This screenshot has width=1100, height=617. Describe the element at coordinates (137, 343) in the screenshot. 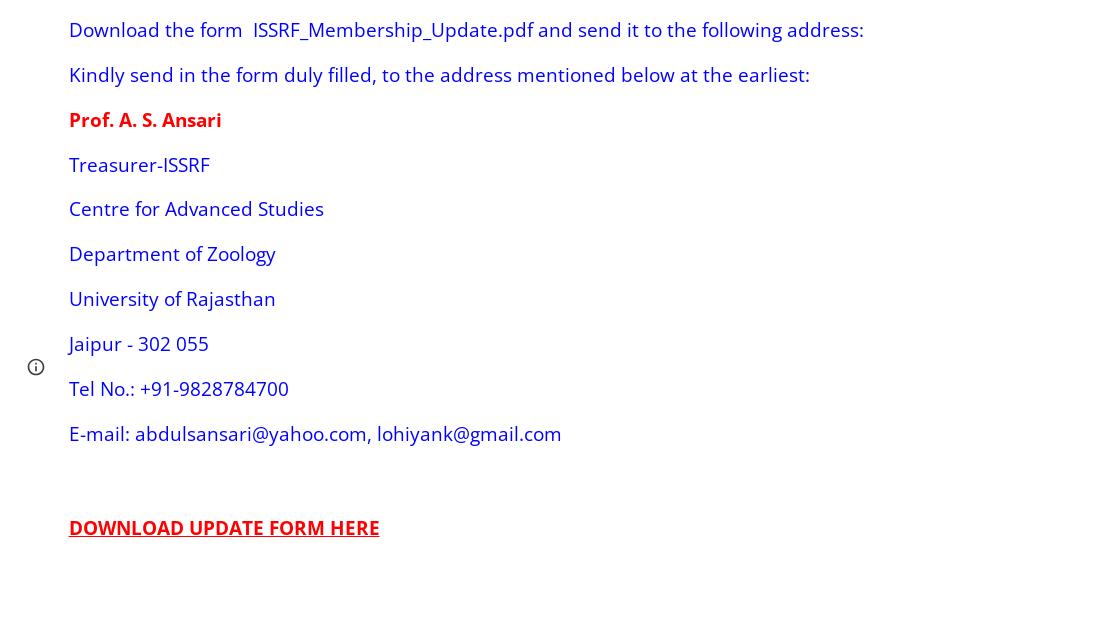

I see `'Jaipur - 302 055'` at that location.